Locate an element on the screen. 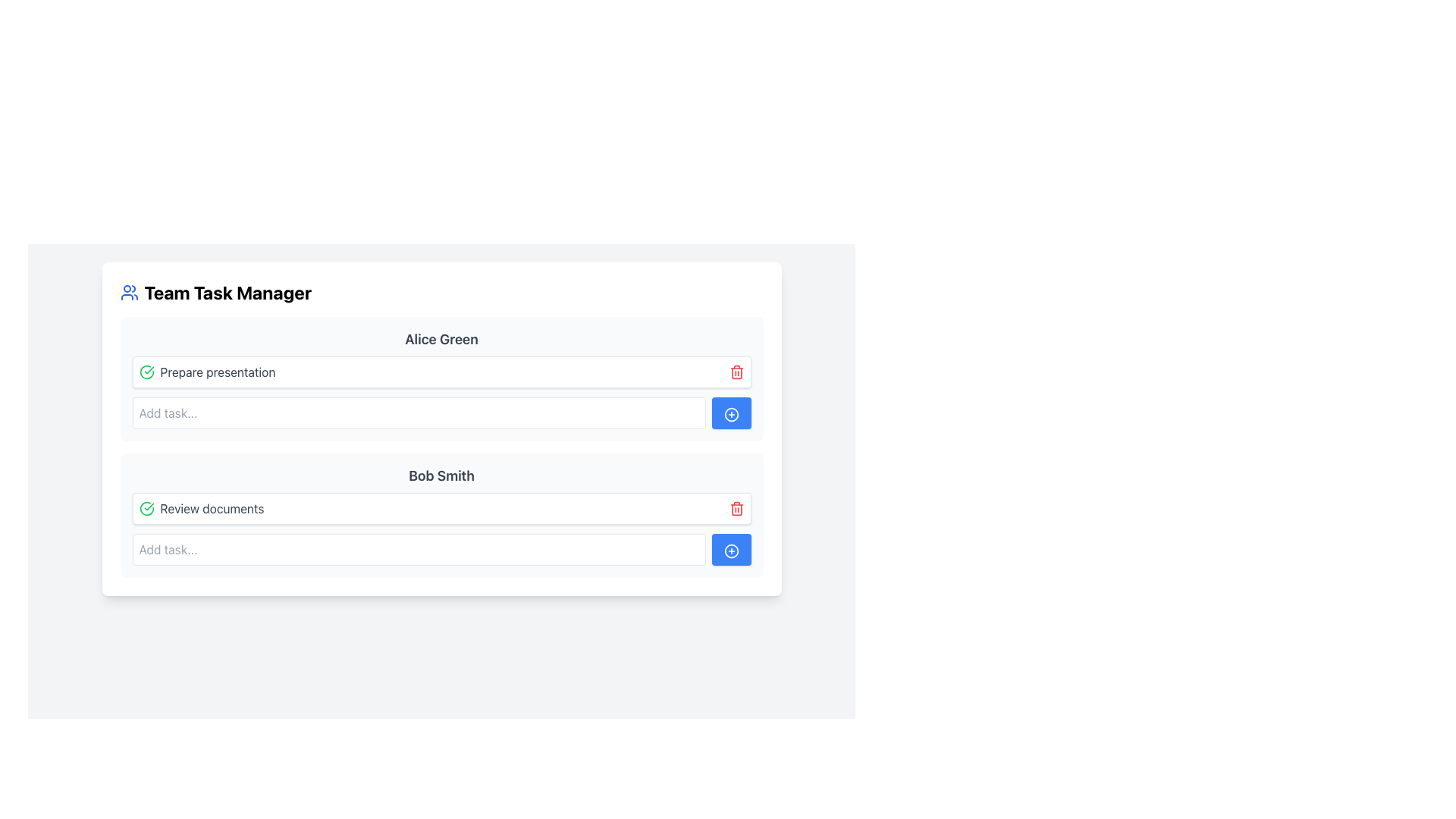  the blue button with a white outlined circle and a plus (+) symbol, located to the right of the input field under the 'Bob Smith' header for keyboard interaction is located at coordinates (731, 550).